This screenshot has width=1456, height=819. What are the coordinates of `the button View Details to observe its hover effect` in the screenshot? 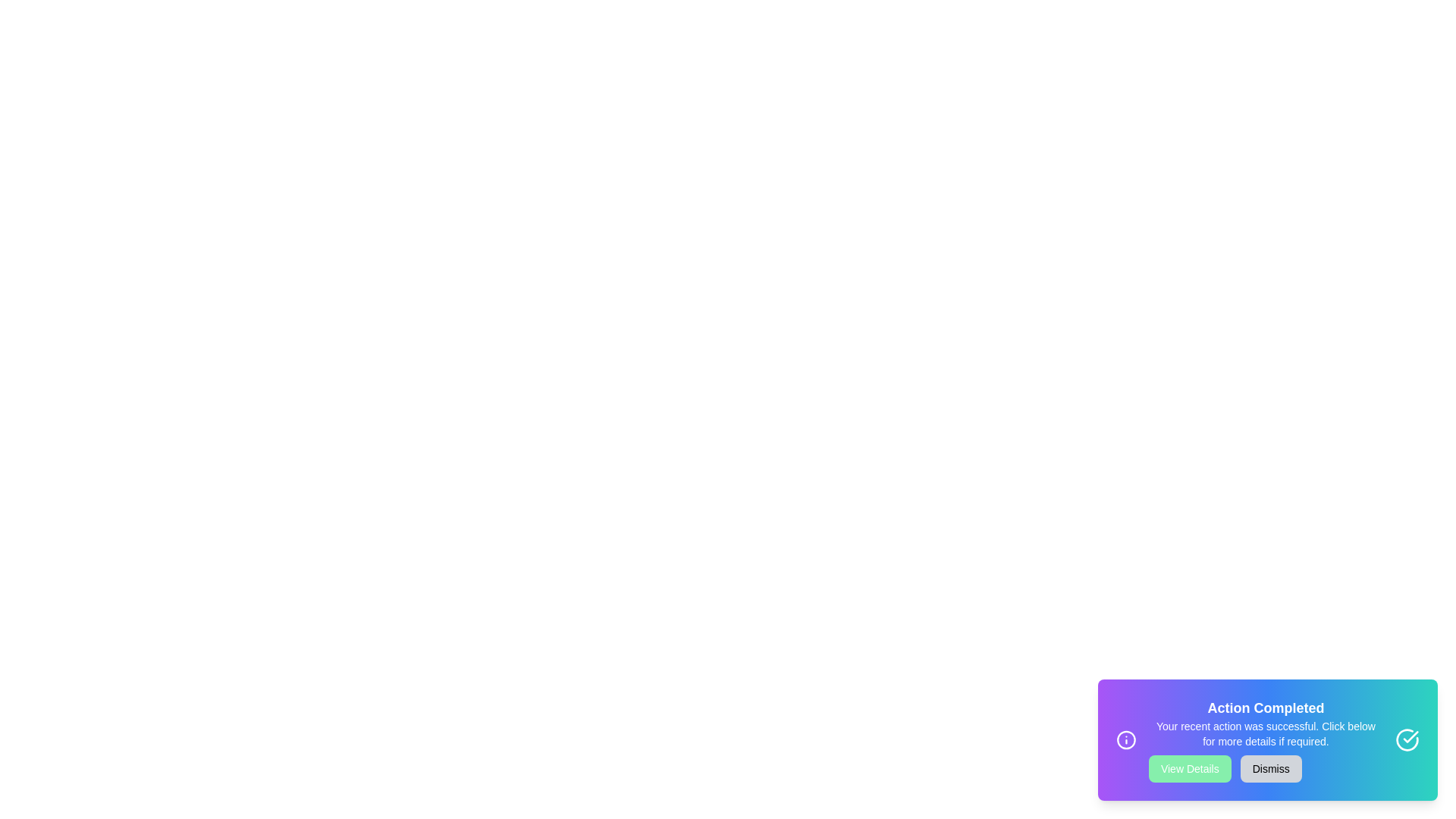 It's located at (1189, 769).